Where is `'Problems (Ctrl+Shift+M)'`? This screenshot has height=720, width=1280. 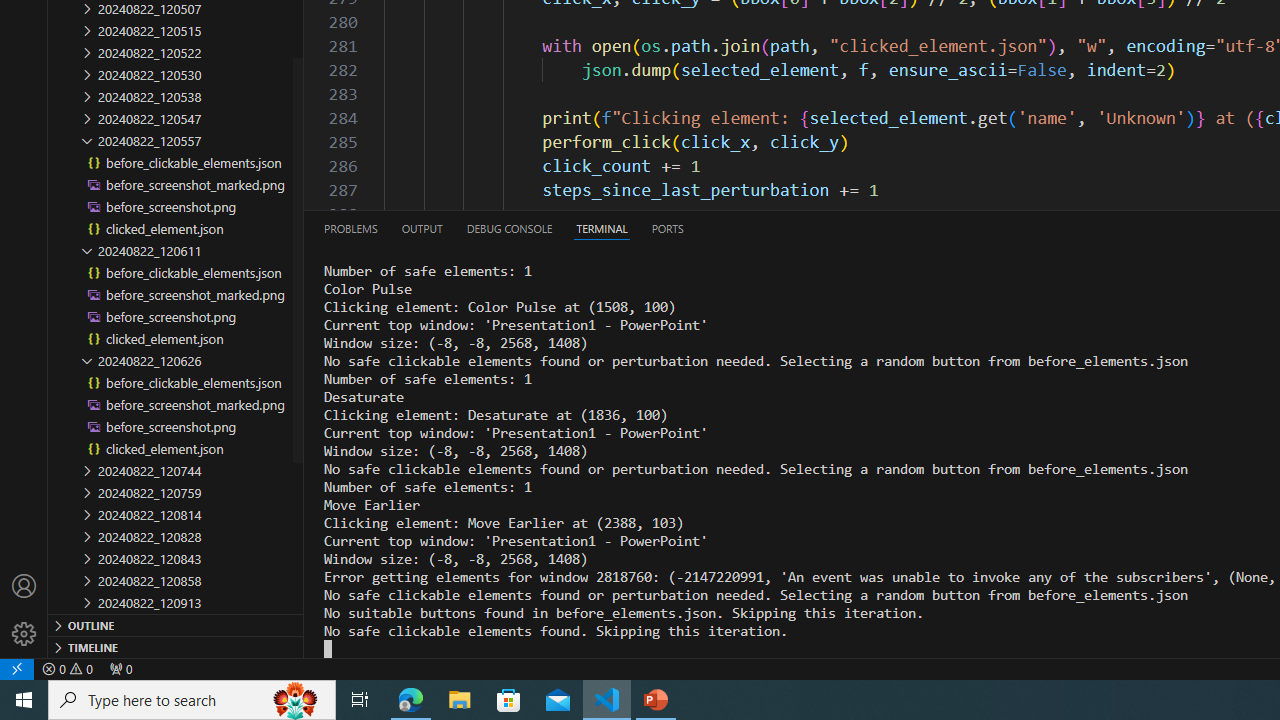
'Problems (Ctrl+Shift+M)' is located at coordinates (351, 227).